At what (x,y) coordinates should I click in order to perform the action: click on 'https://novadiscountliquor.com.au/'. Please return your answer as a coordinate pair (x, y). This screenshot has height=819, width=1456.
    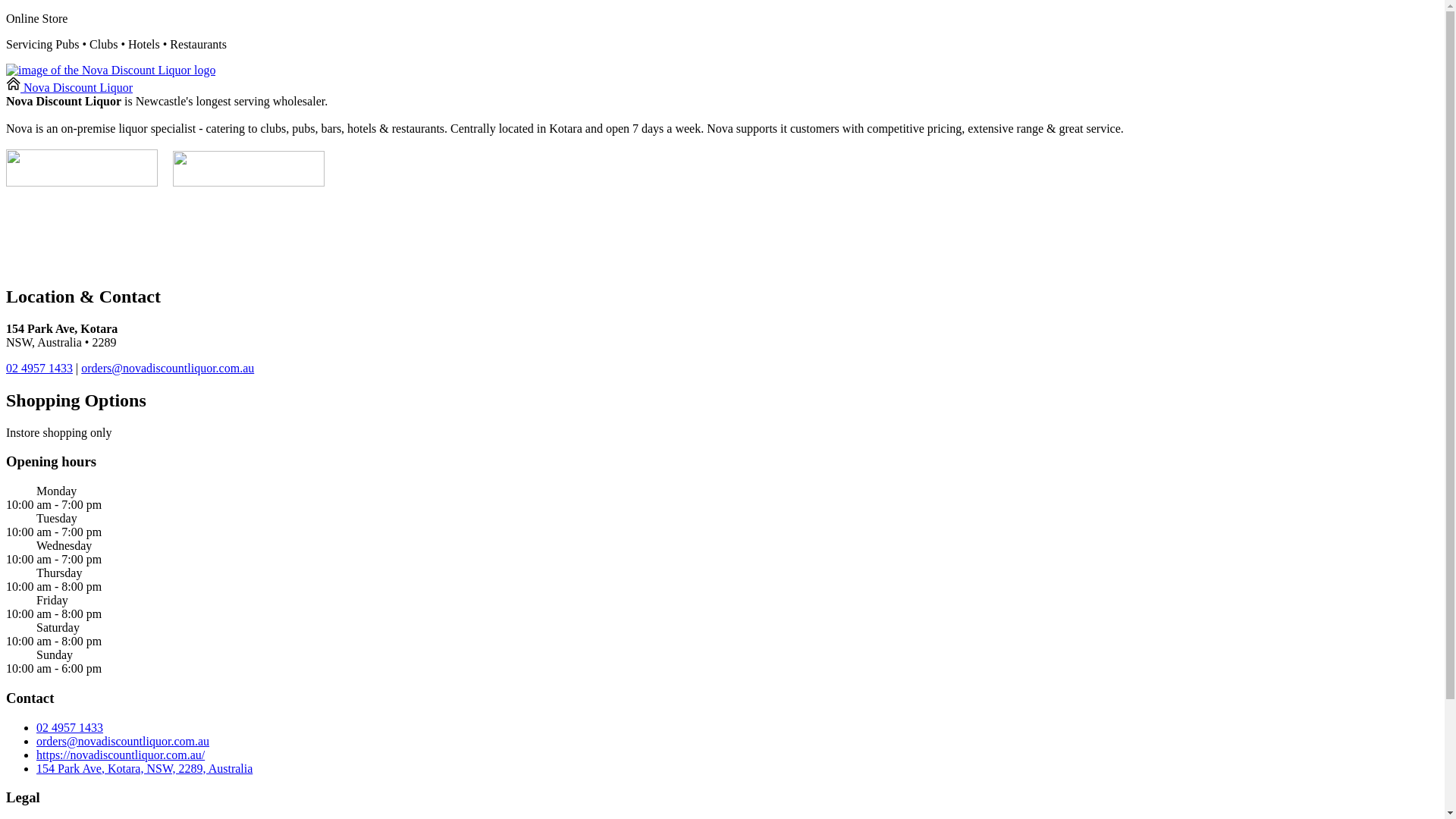
    Looking at the image, I should click on (119, 754).